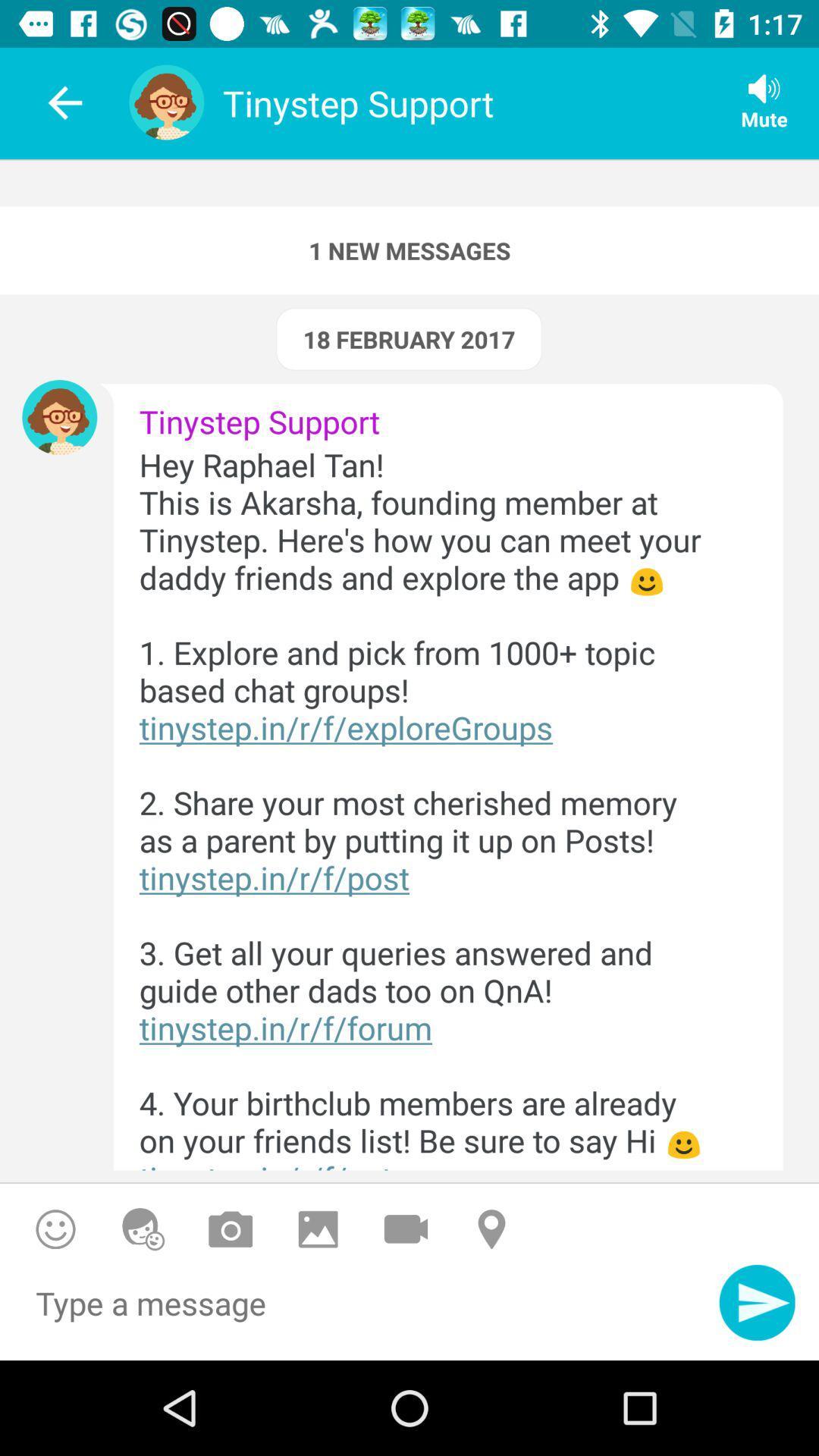 Image resolution: width=819 pixels, height=1456 pixels. I want to click on the emoji icon, so click(143, 1229).